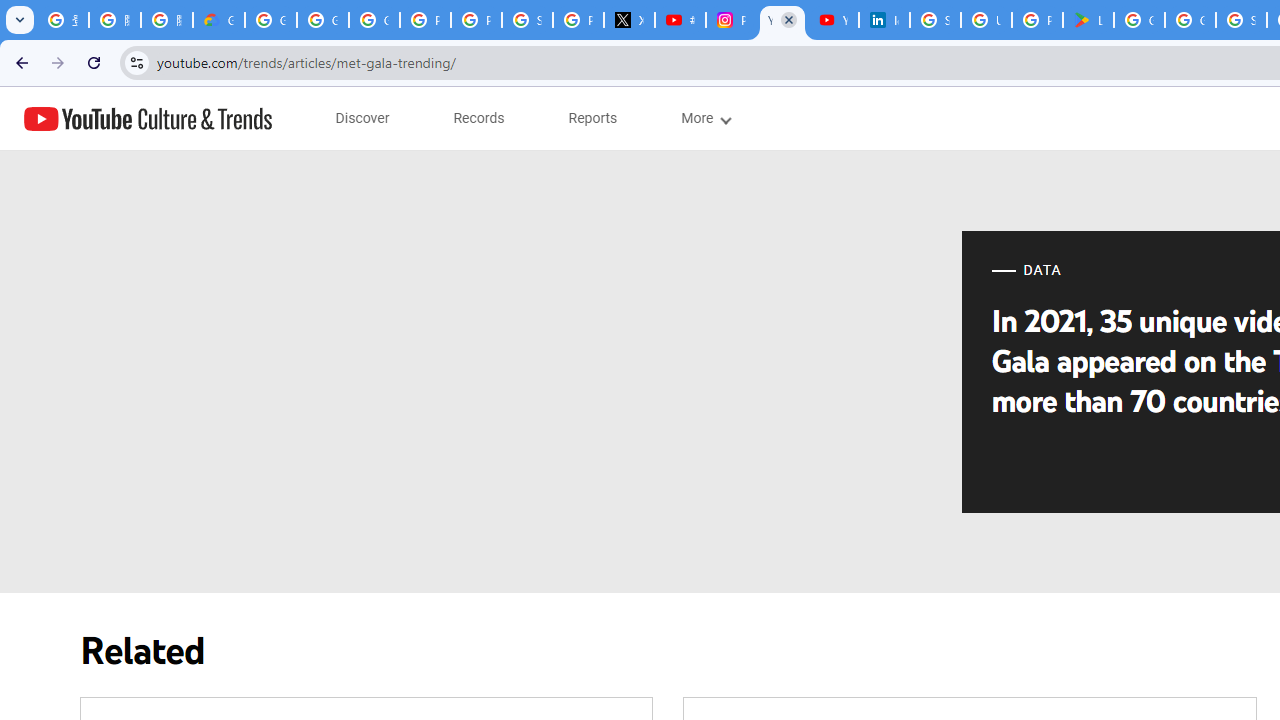 The width and height of the screenshot is (1280, 720). Describe the element at coordinates (1087, 20) in the screenshot. I see `'Last Shelter: Survival - Apps on Google Play'` at that location.